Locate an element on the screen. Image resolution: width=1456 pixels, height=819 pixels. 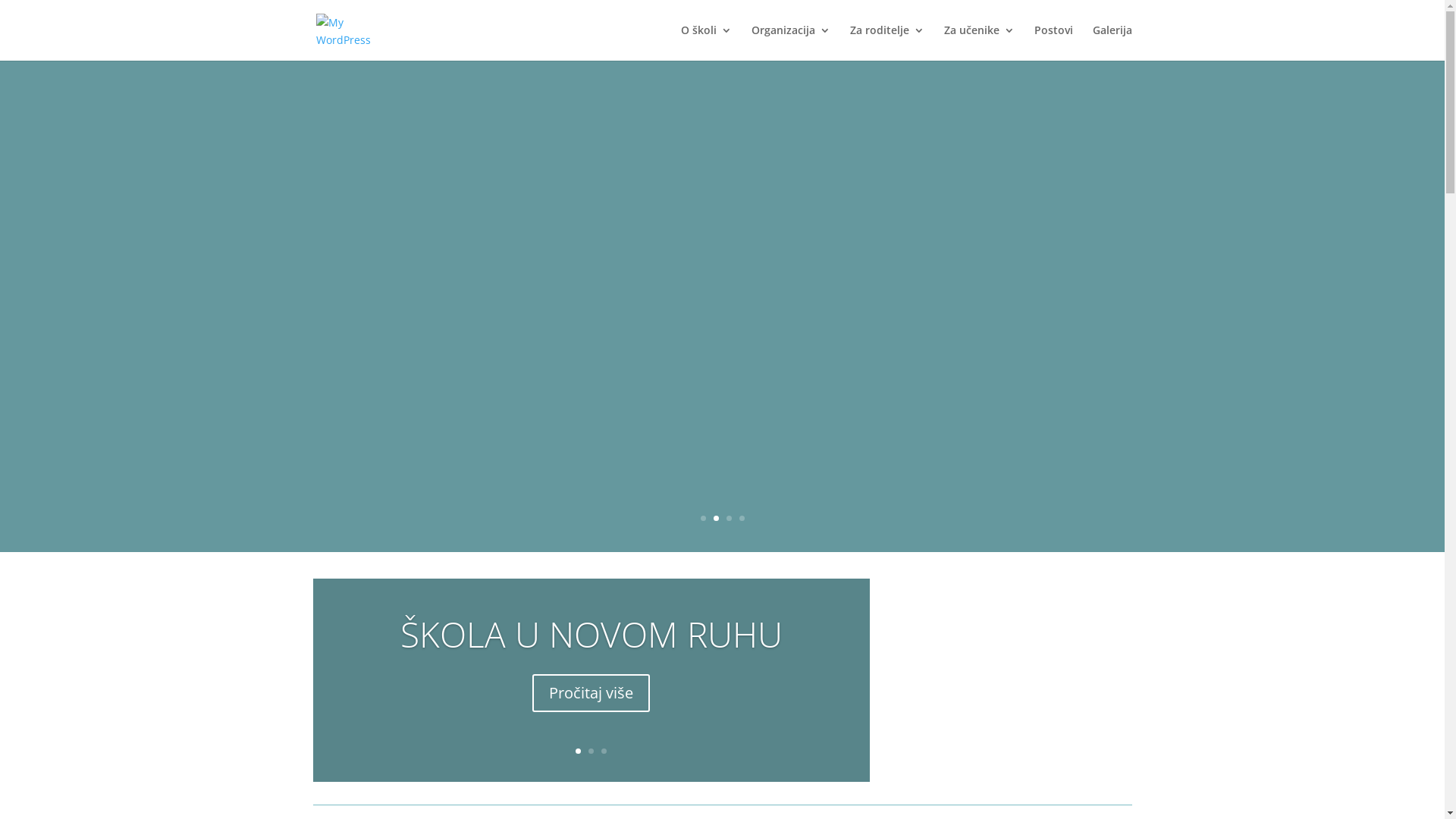
'2' is located at coordinates (714, 517).